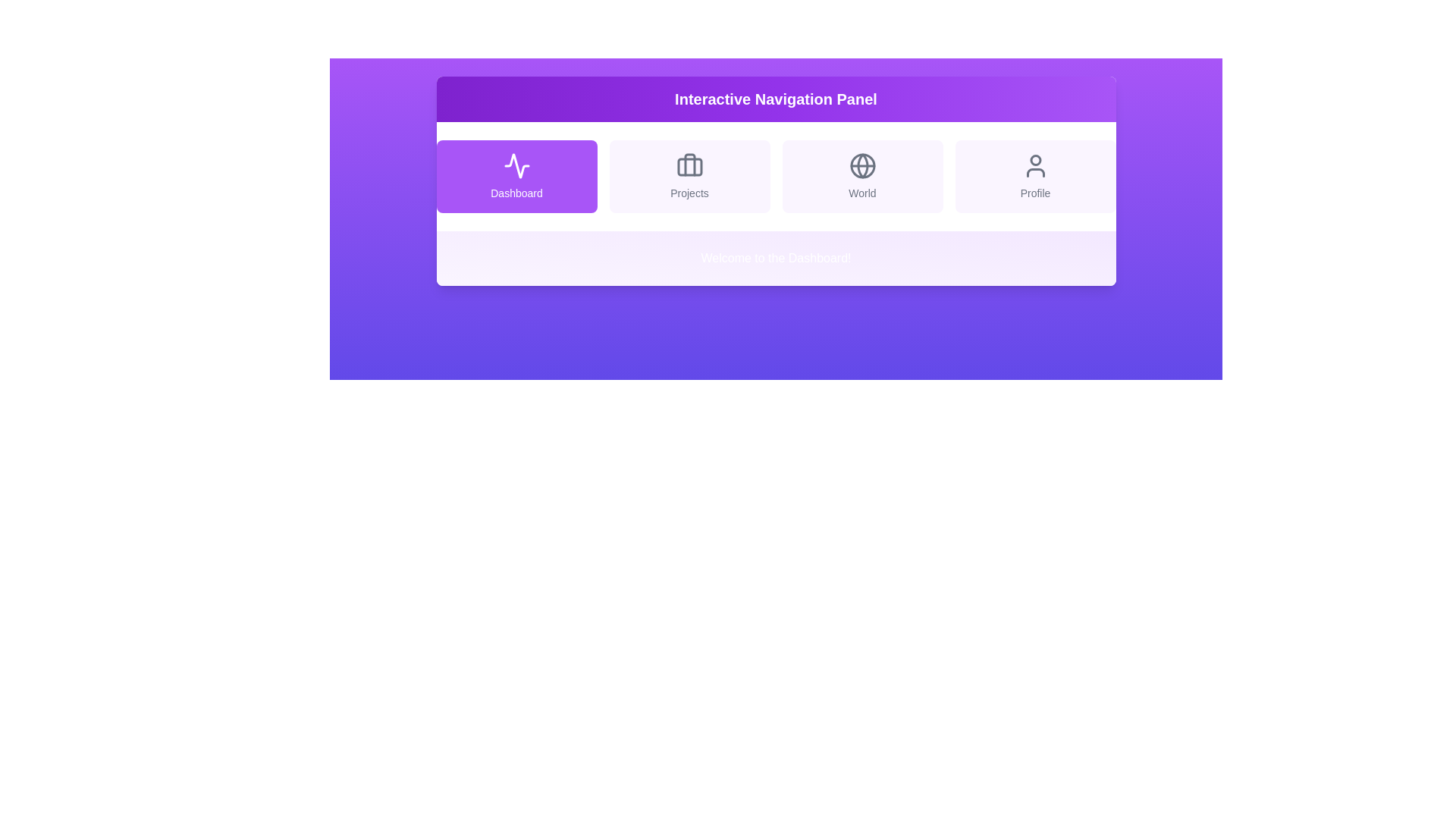 The image size is (1456, 819). I want to click on the interactive button that navigates to the 'World' section, located in the third position of a horizontal grid of four items, so click(862, 175).